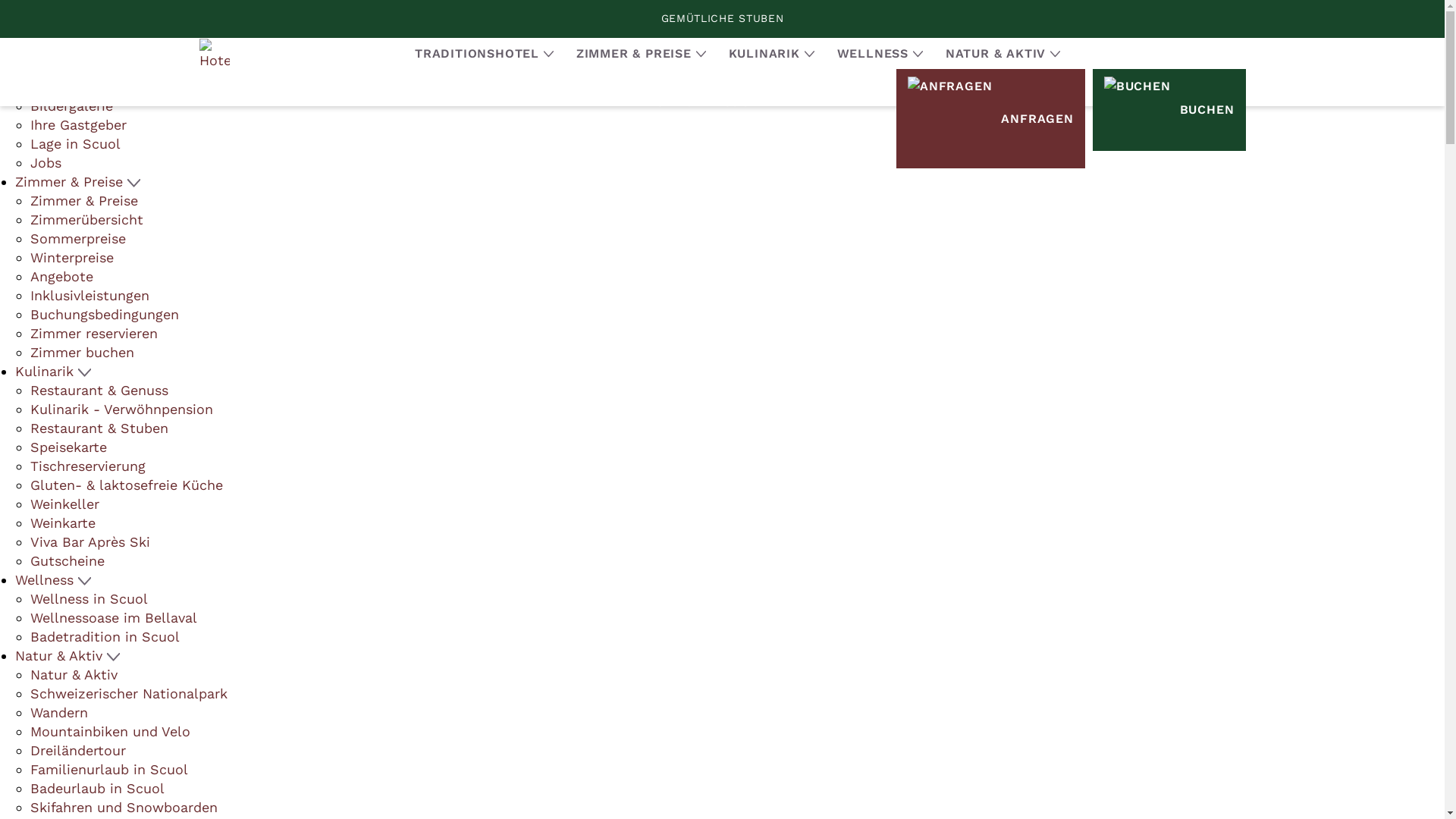 Image resolution: width=1456 pixels, height=819 pixels. What do you see at coordinates (128, 693) in the screenshot?
I see `'Schweizerischer Nationalpark'` at bounding box center [128, 693].